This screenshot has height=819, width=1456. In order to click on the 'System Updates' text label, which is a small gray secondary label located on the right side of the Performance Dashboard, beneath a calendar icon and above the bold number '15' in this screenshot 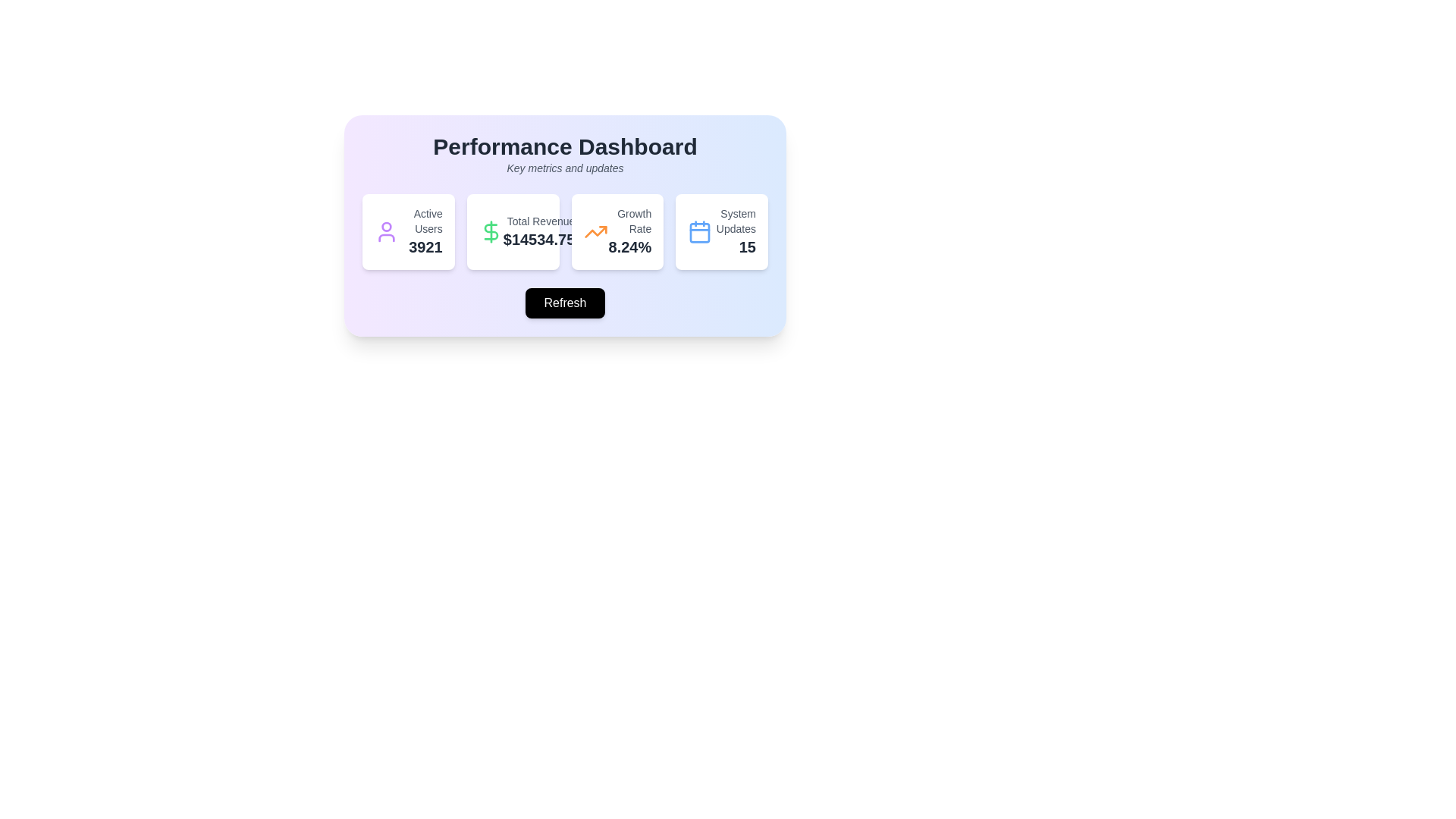, I will do `click(734, 221)`.